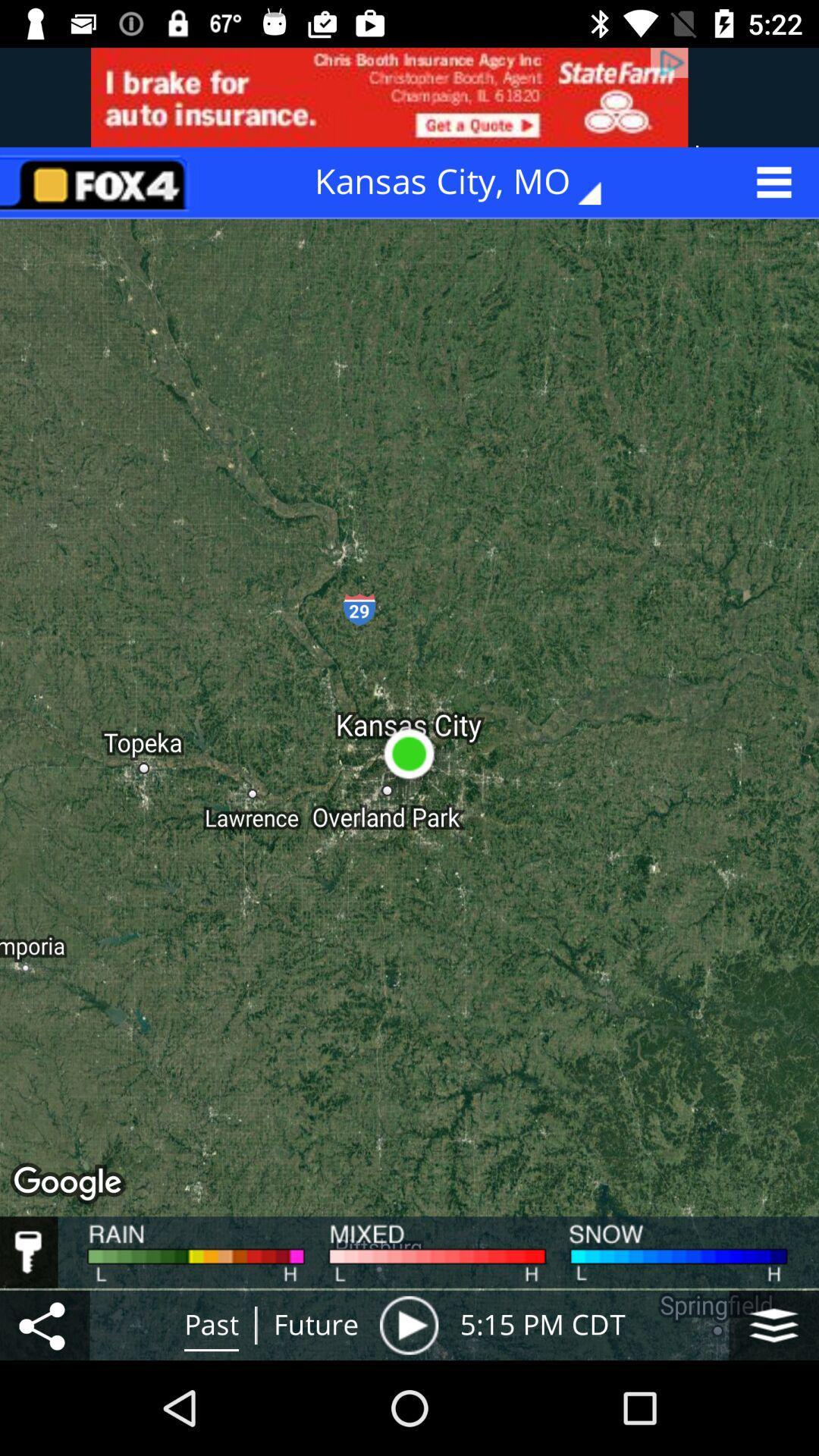  What do you see at coordinates (408, 1324) in the screenshot?
I see `reproduce` at bounding box center [408, 1324].